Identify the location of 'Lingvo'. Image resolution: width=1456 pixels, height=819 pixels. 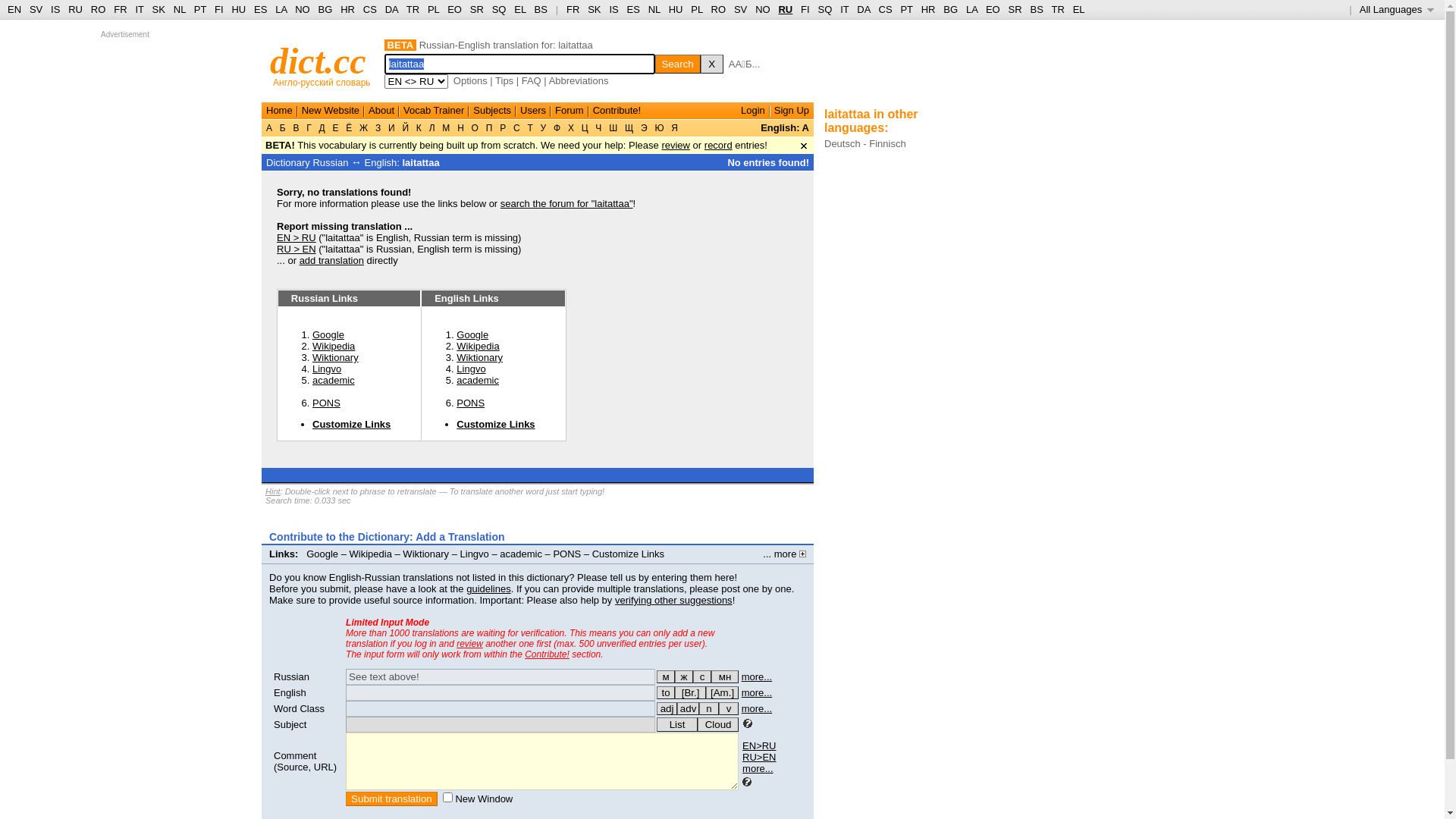
(473, 554).